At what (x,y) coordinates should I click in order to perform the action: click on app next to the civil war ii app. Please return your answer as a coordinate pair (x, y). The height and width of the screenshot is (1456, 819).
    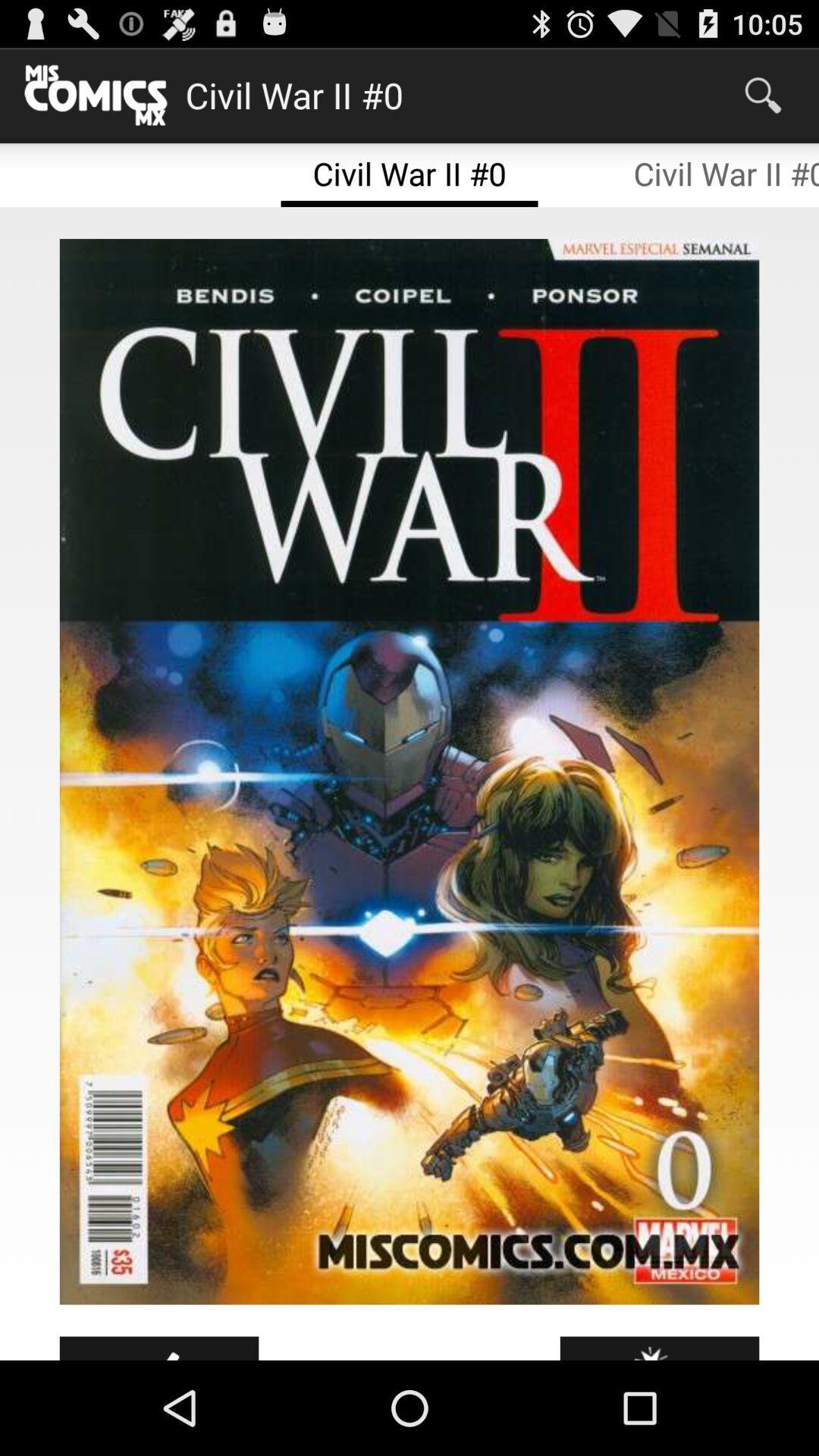
    Looking at the image, I should click on (763, 94).